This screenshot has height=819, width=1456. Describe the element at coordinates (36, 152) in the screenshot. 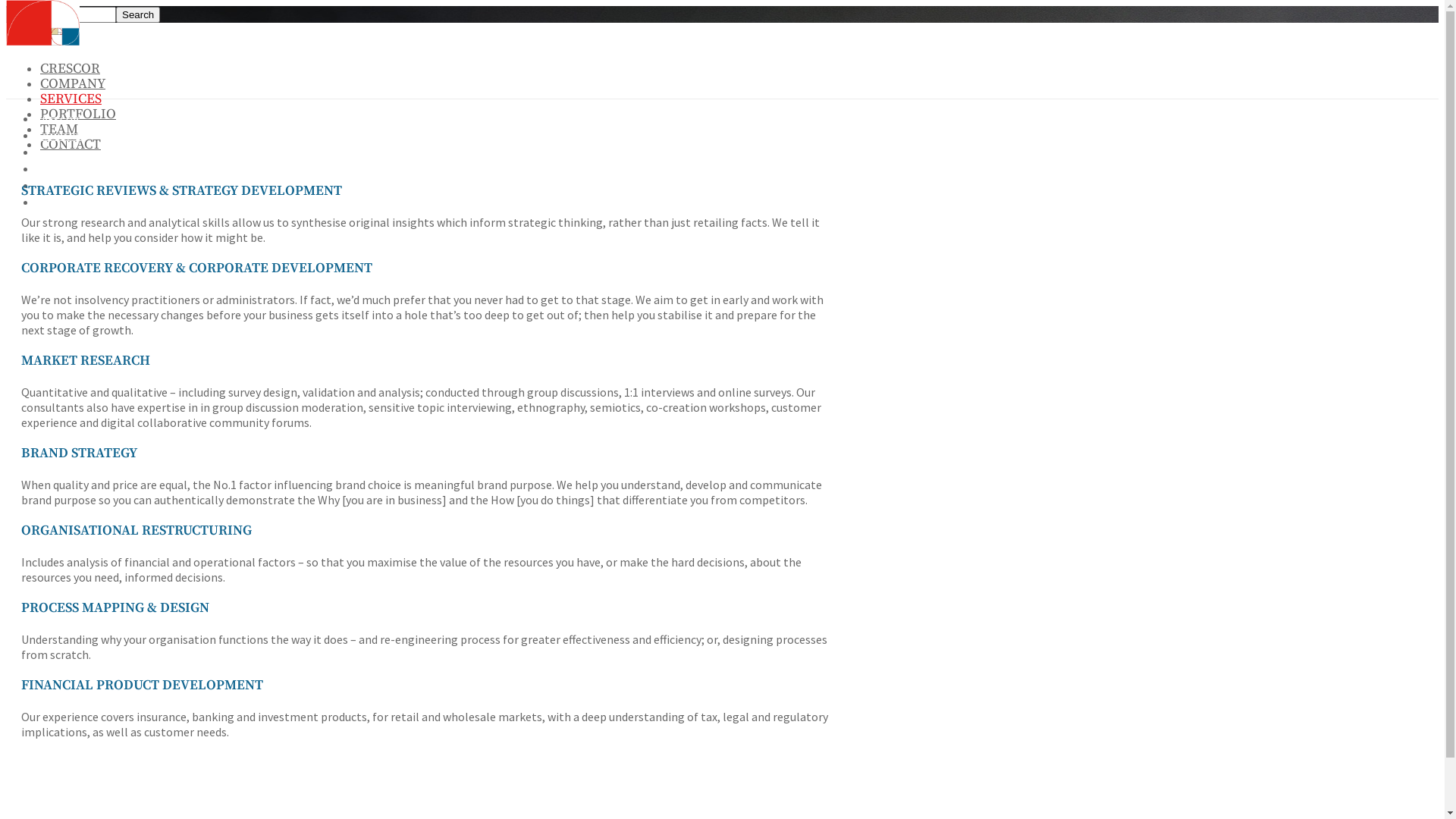

I see `'SERVICES'` at that location.